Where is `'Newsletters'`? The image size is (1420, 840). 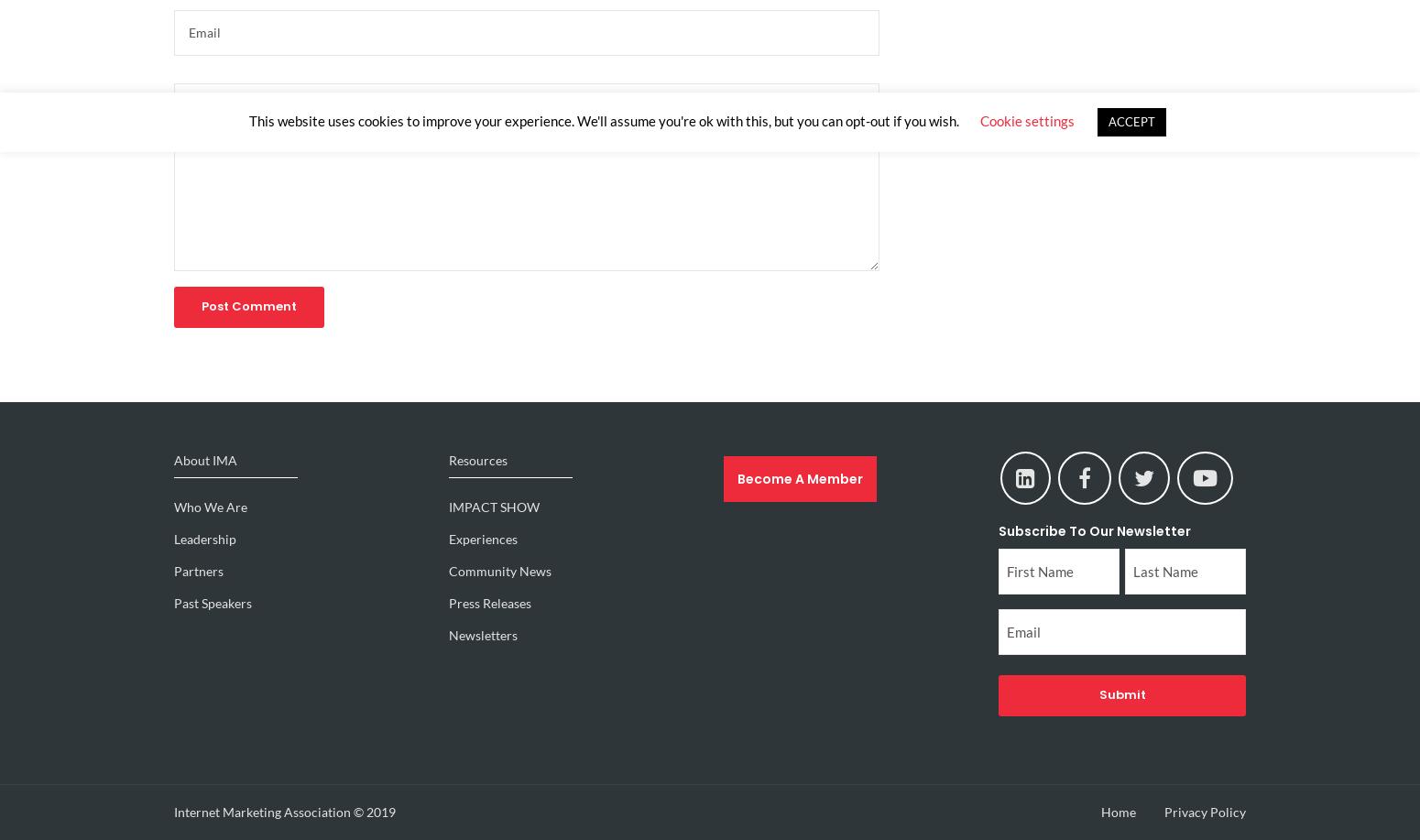 'Newsletters' is located at coordinates (482, 635).